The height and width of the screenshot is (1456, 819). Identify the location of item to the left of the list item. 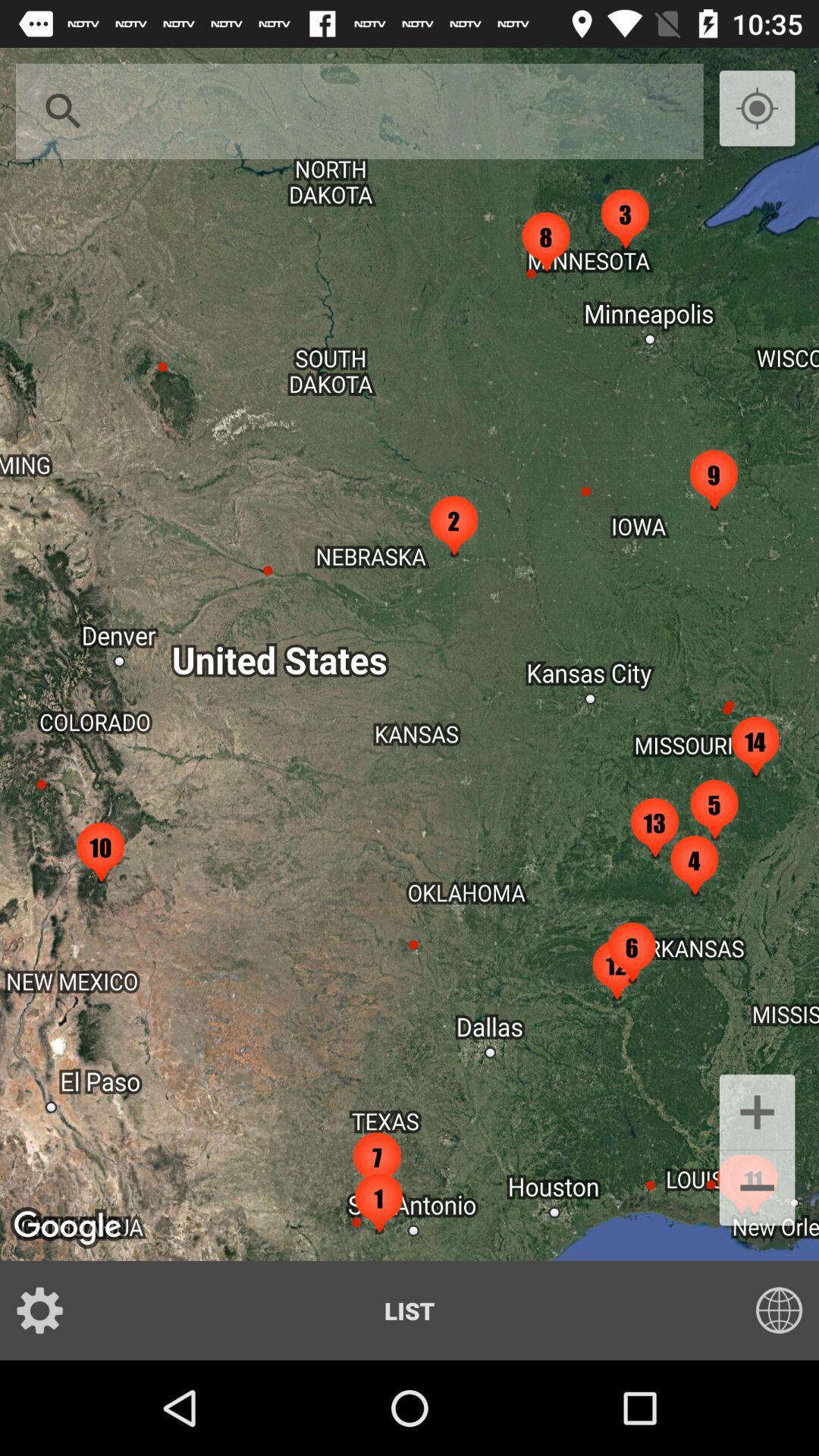
(49, 1310).